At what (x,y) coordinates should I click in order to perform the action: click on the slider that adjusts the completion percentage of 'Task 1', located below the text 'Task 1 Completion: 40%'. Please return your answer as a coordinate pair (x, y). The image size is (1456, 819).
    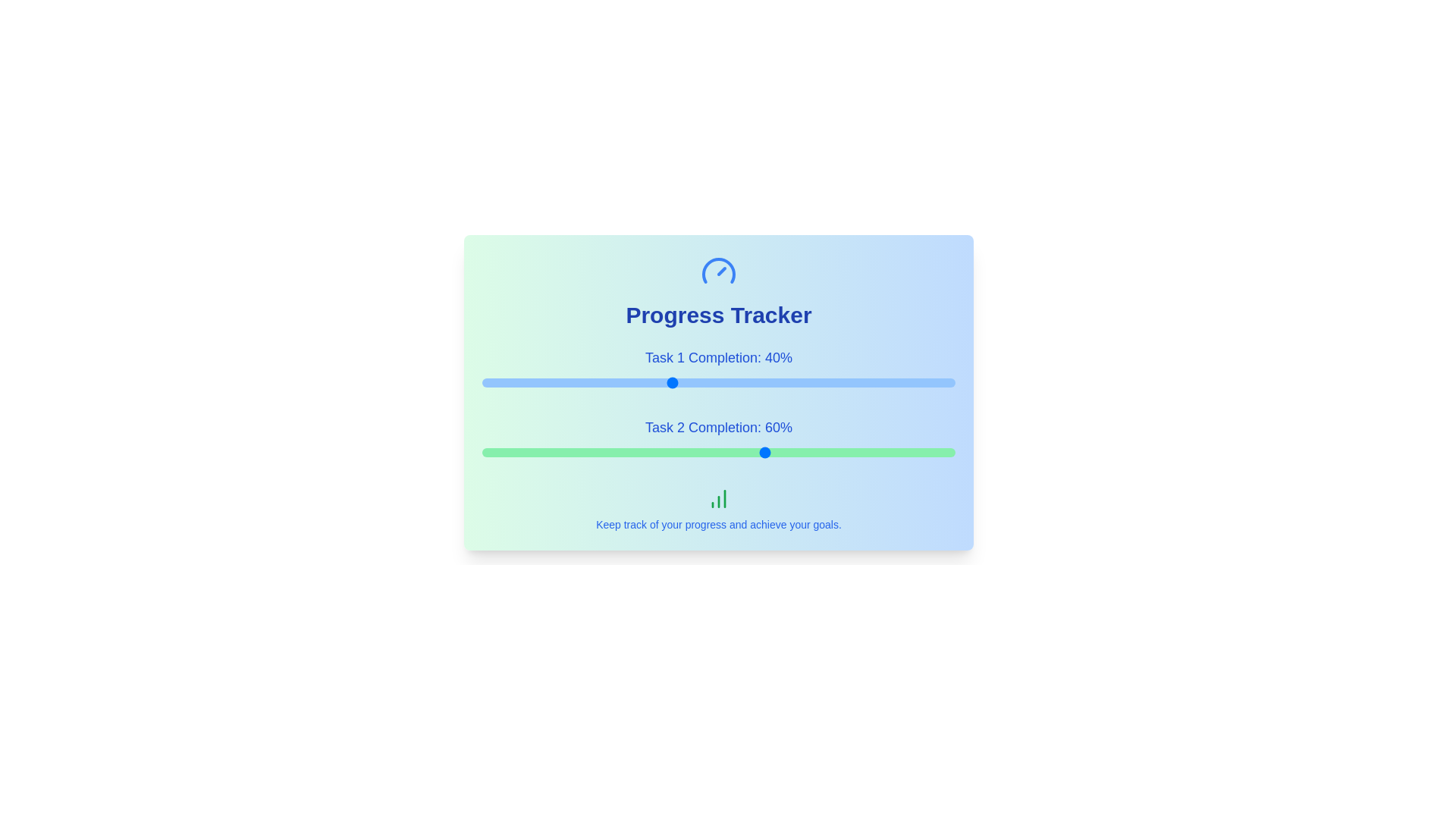
    Looking at the image, I should click on (718, 382).